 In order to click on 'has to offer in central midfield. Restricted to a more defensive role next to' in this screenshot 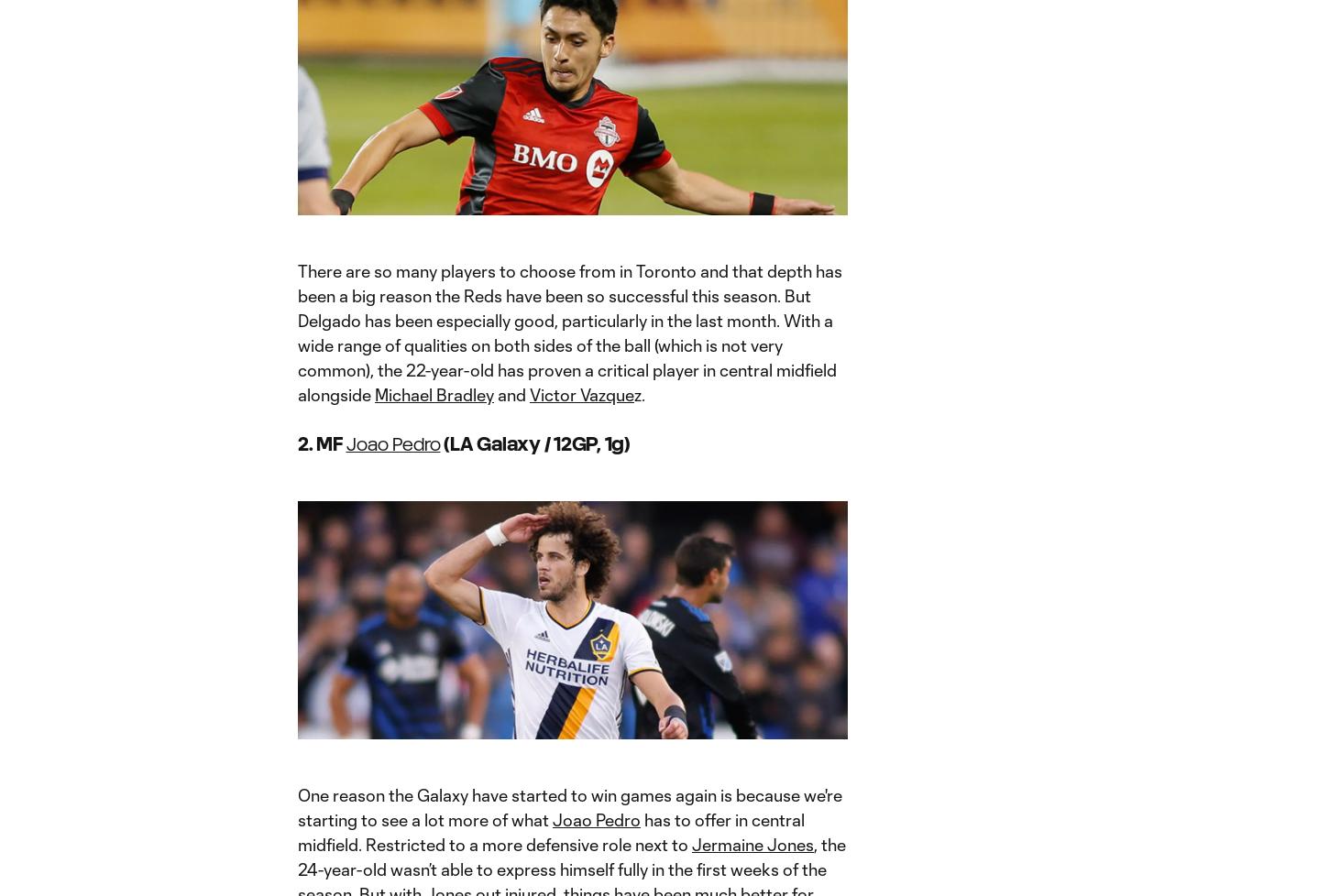, I will do `click(551, 830)`.